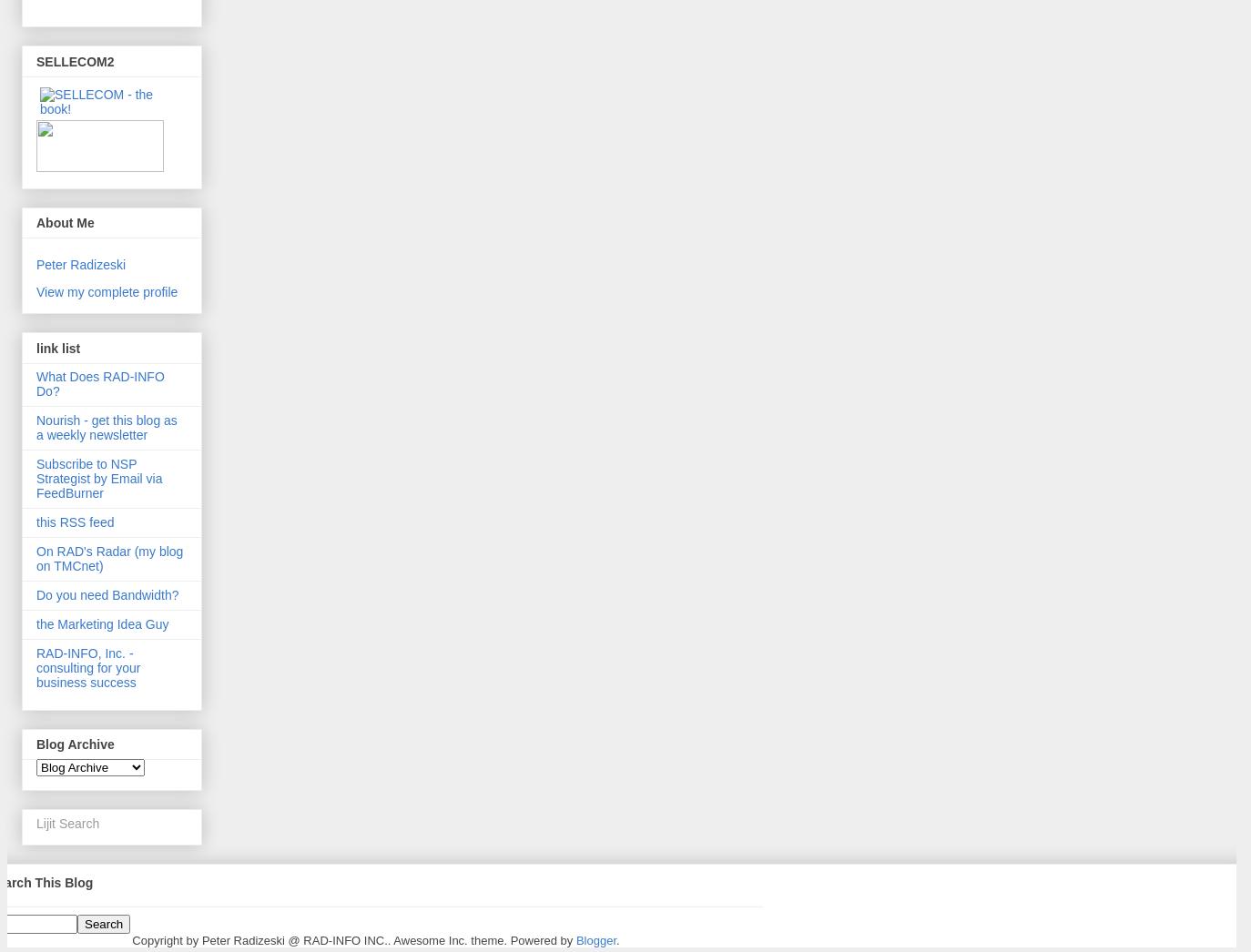  I want to click on 'Subscribe to NSP Strategist by Email via FeedBurner', so click(97, 476).